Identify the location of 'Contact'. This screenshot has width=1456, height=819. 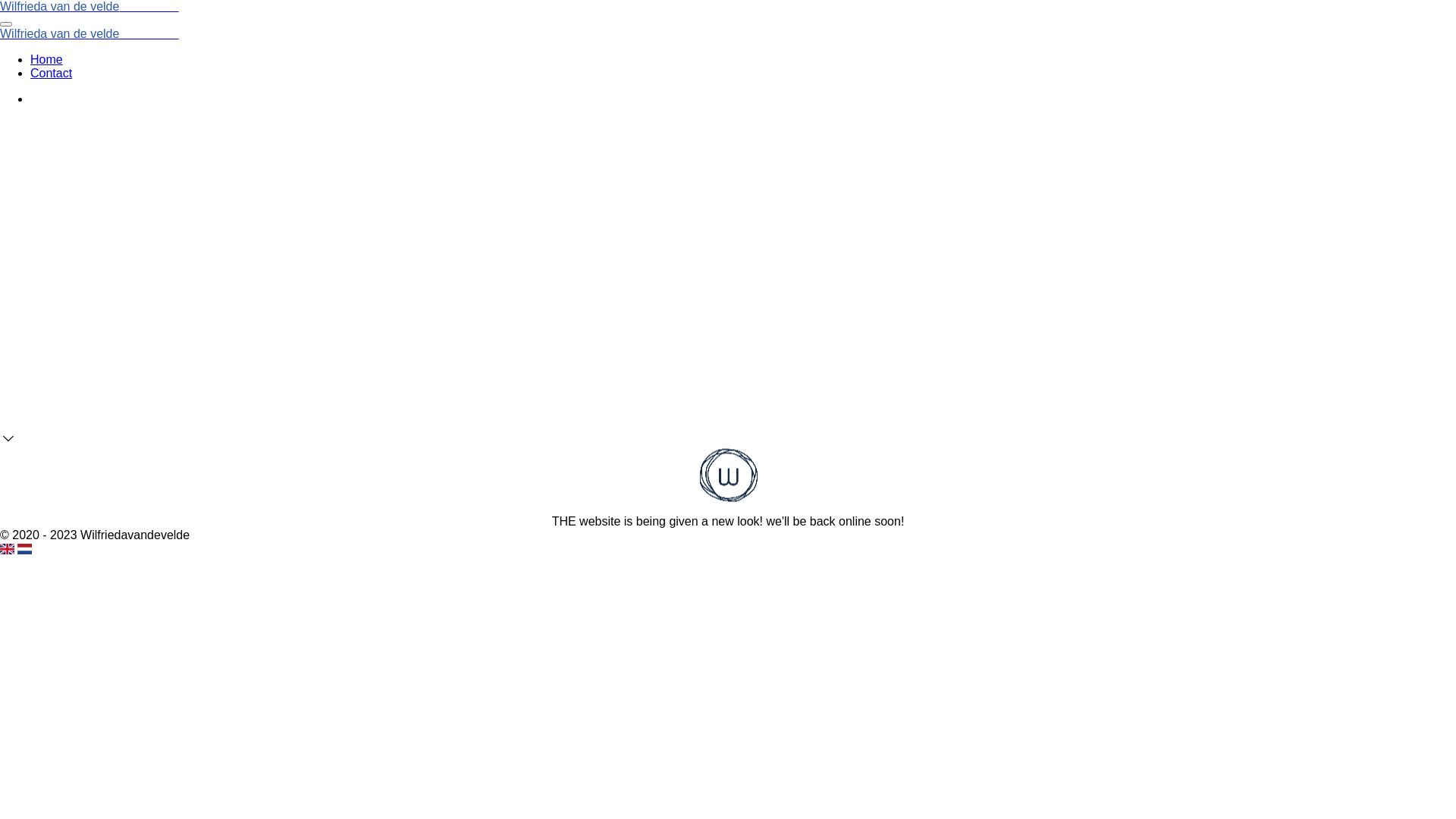
(51, 73).